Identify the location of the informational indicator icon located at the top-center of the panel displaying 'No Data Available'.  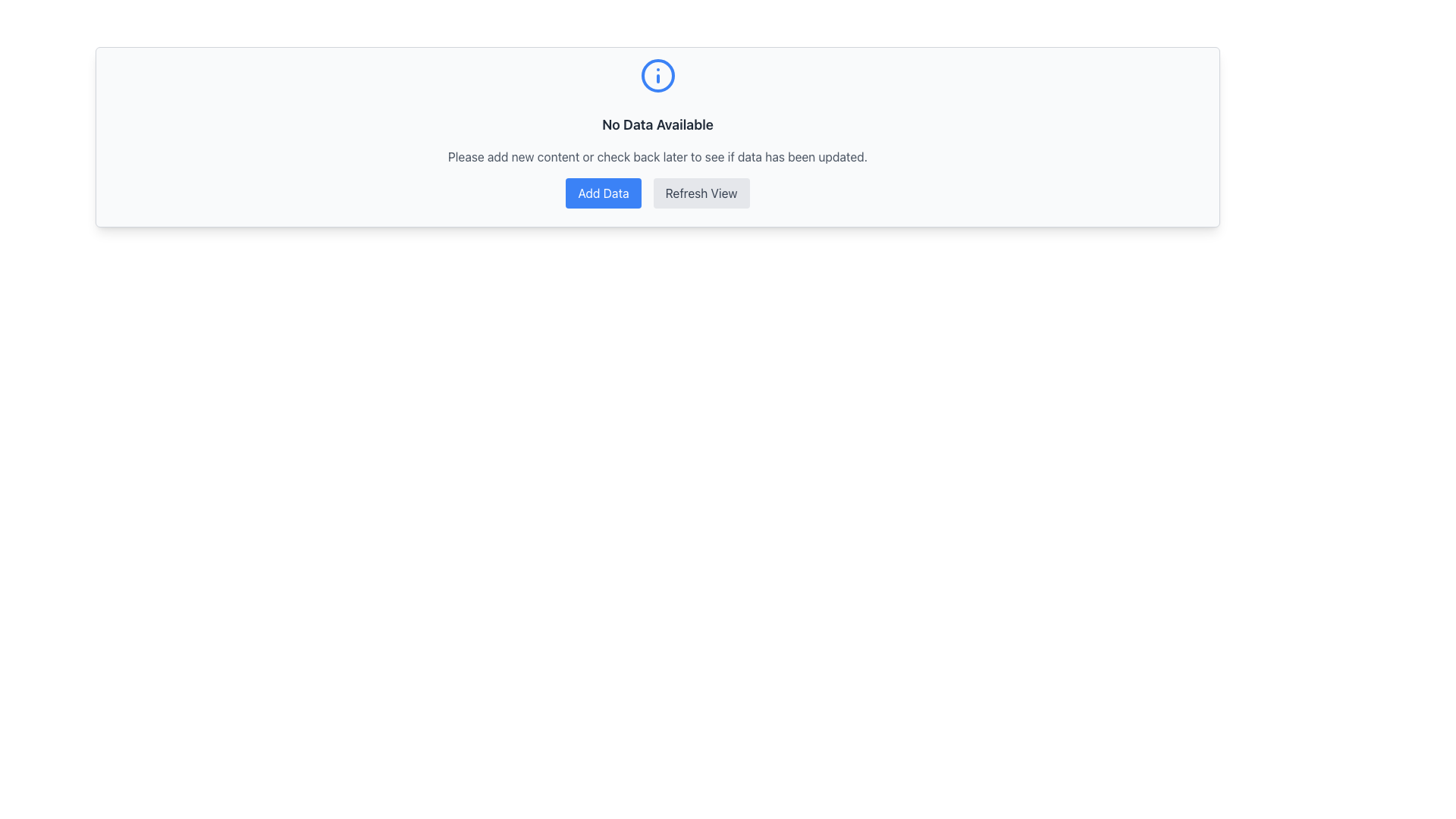
(657, 84).